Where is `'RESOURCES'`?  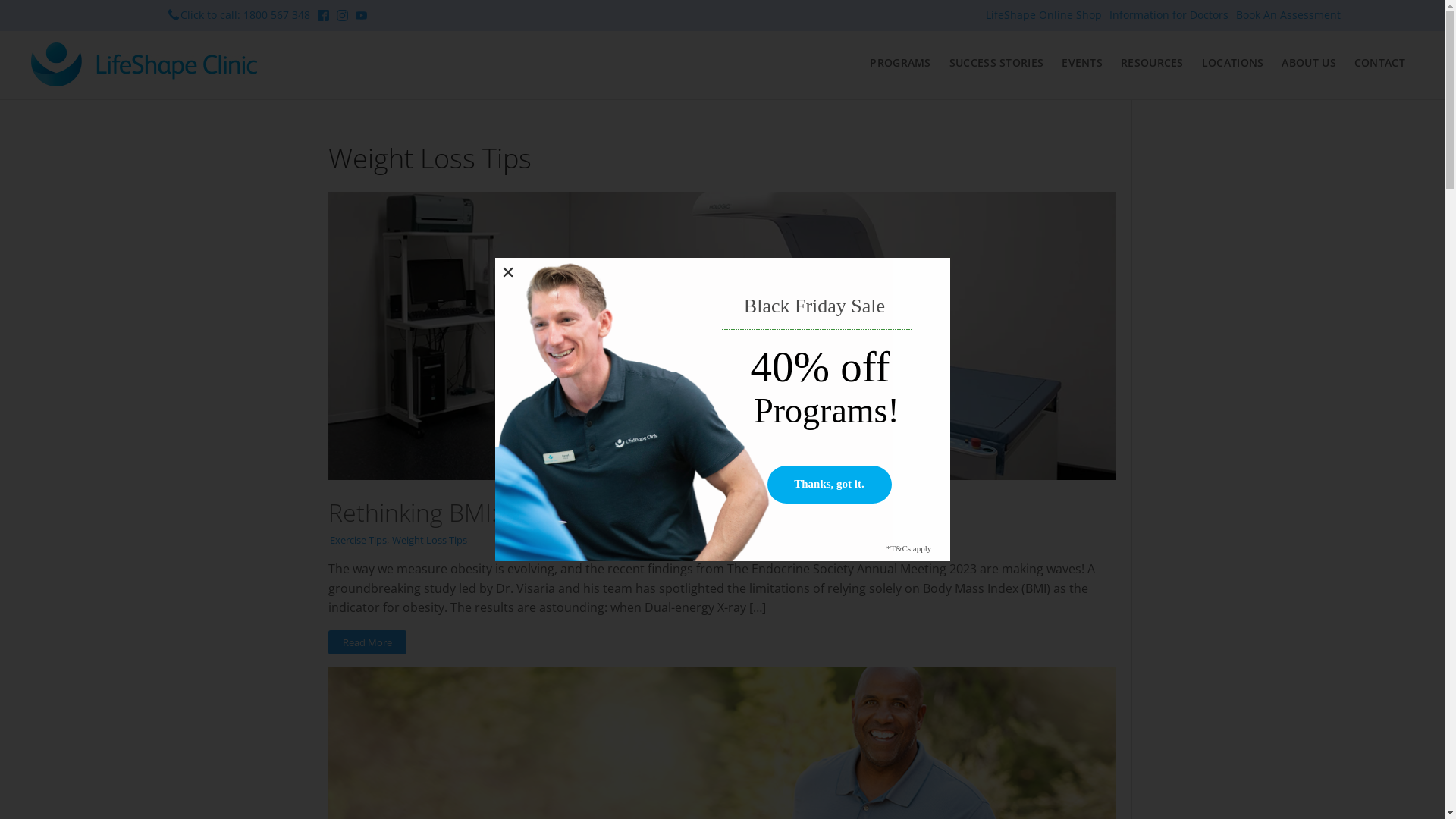 'RESOURCES' is located at coordinates (1152, 62).